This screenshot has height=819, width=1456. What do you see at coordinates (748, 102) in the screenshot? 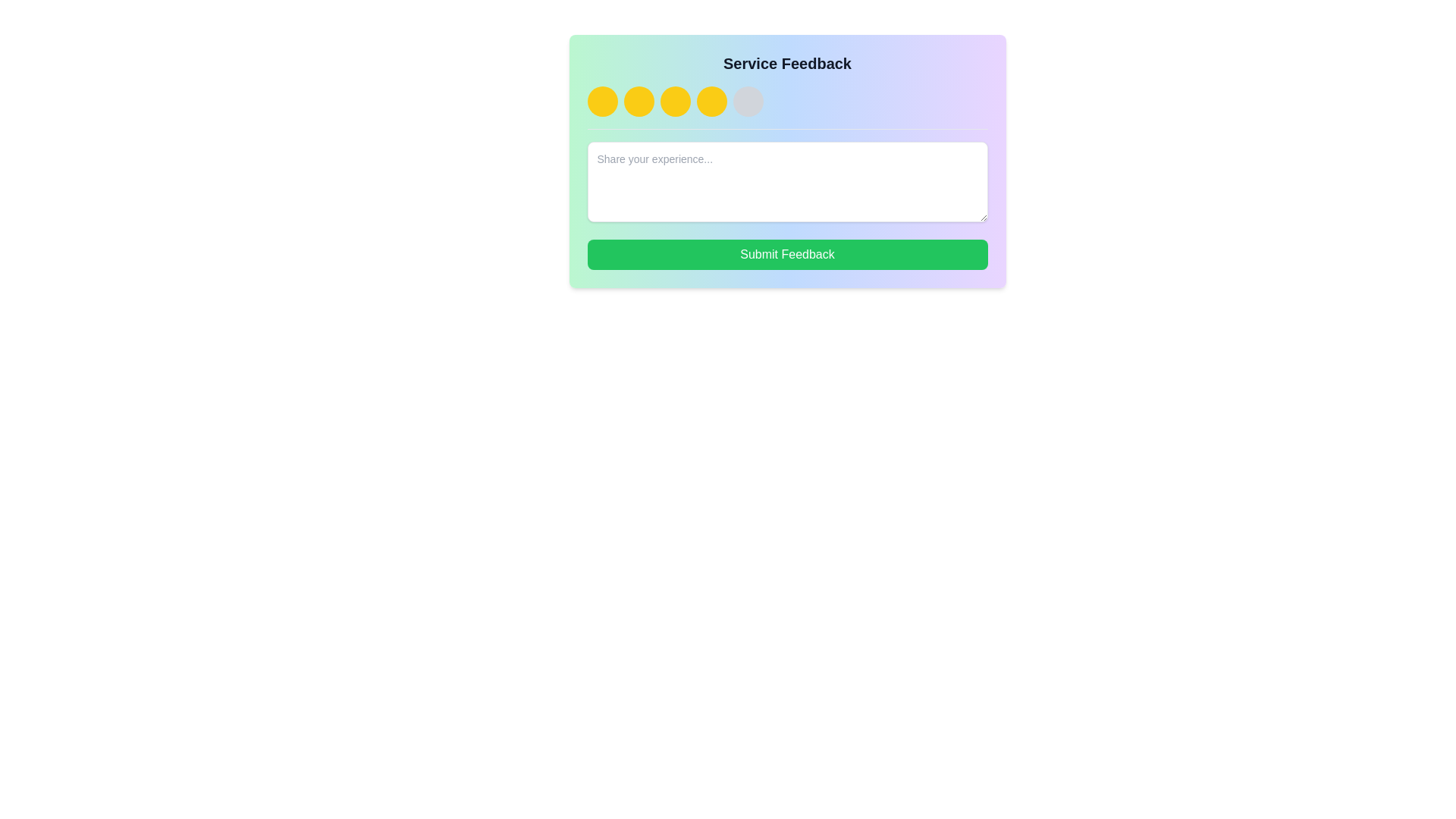
I see `to select the circular placeholder indicator, which is the fifth in a horizontal row of five, featuring a gray fill and rounded edges` at bounding box center [748, 102].